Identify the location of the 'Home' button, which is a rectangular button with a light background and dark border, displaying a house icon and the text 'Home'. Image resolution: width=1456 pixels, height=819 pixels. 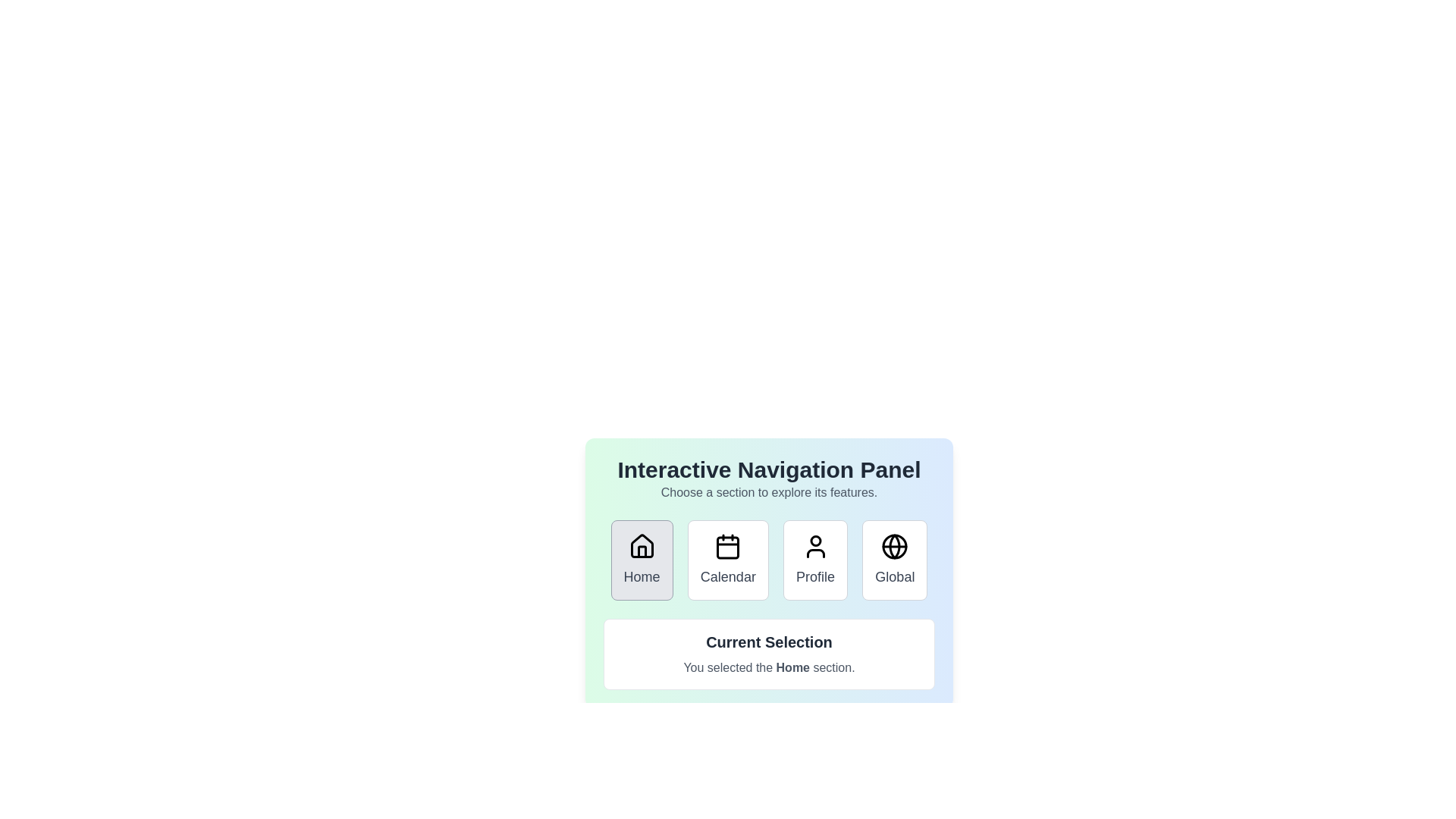
(642, 560).